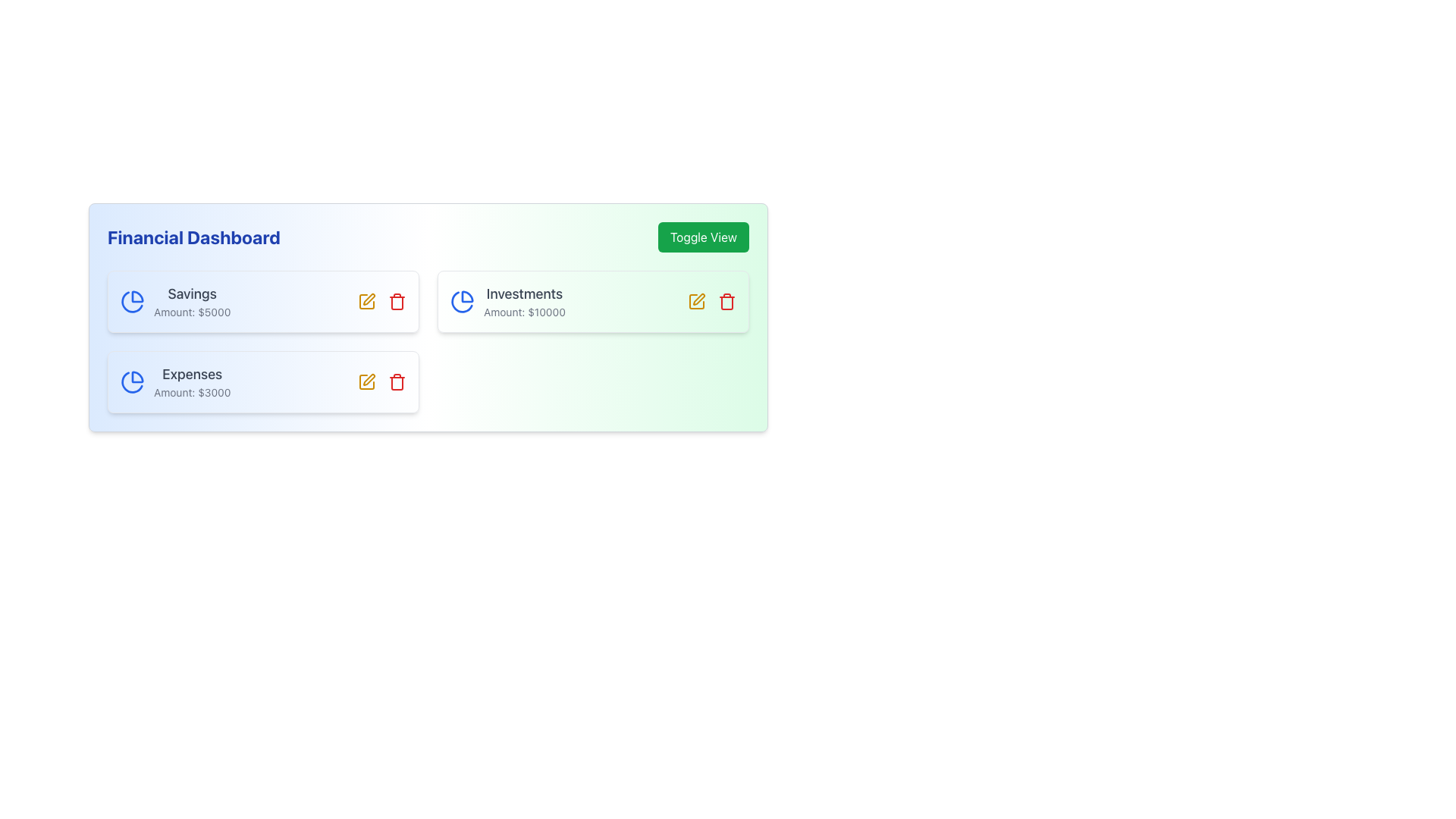  What do you see at coordinates (382, 301) in the screenshot?
I see `the pencil icon located in the action group for the 'Savings' card` at bounding box center [382, 301].